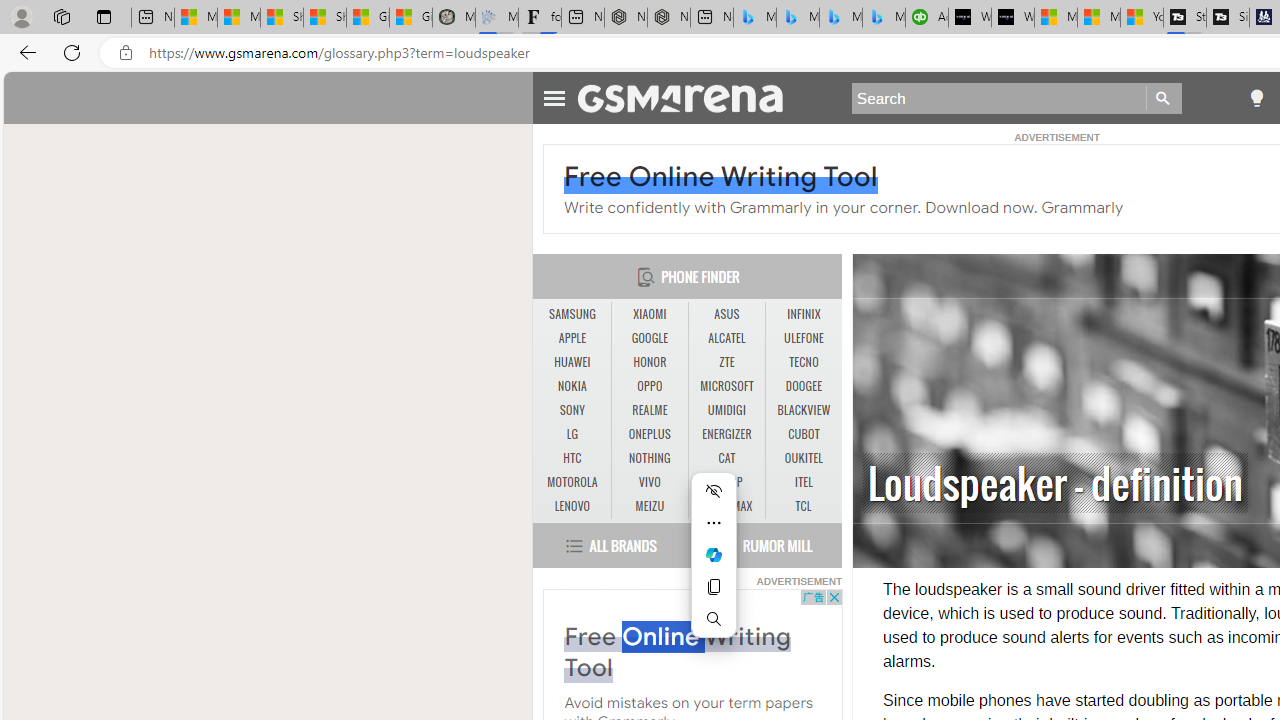 This screenshot has height=720, width=1280. I want to click on 'SHARP', so click(726, 483).